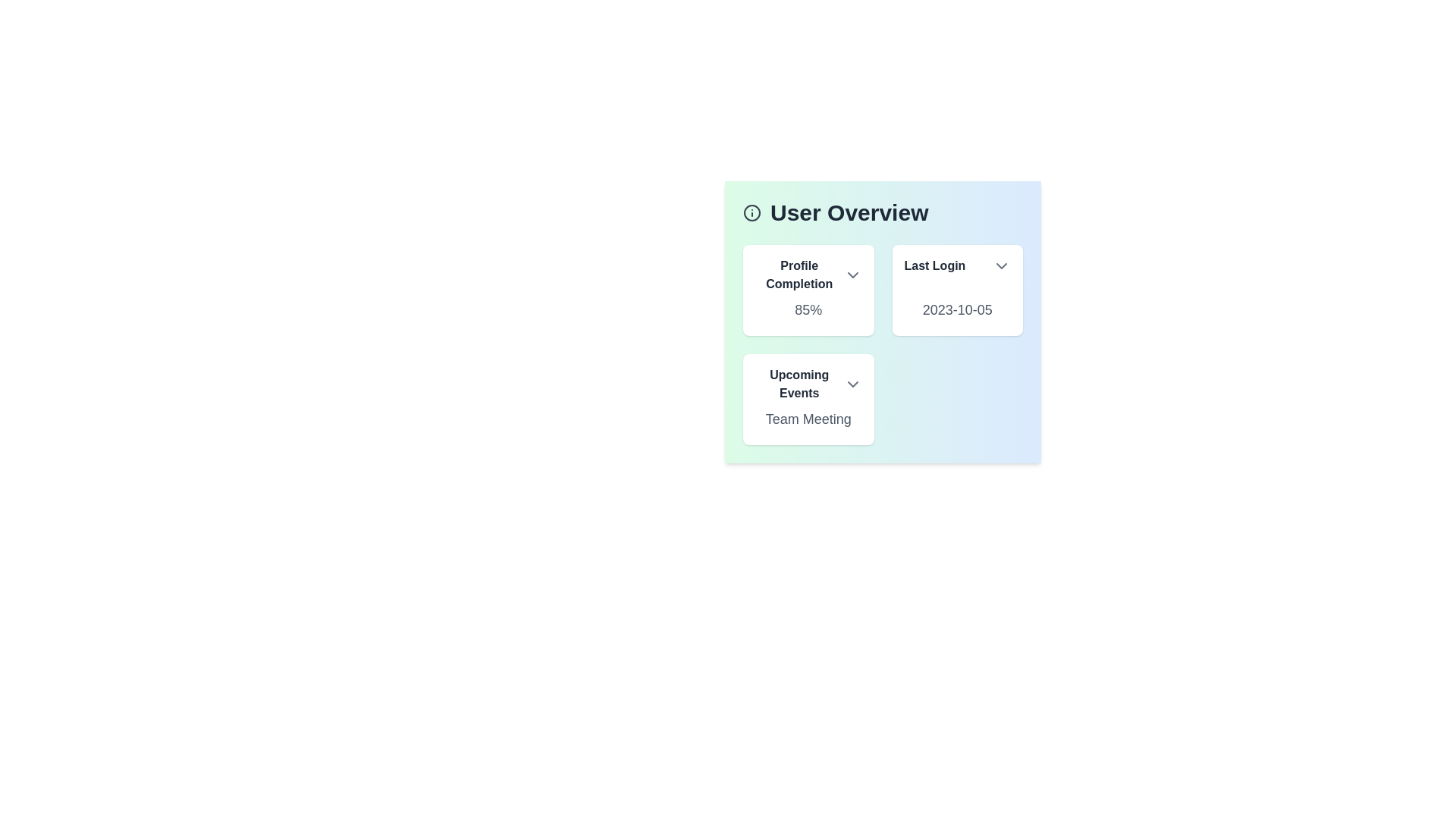  Describe the element at coordinates (808, 399) in the screenshot. I see `the Informational card labeled 'Upcoming Events' that contains the text 'Team Meeting' and is located in the lower-left section of the grid layout` at that location.